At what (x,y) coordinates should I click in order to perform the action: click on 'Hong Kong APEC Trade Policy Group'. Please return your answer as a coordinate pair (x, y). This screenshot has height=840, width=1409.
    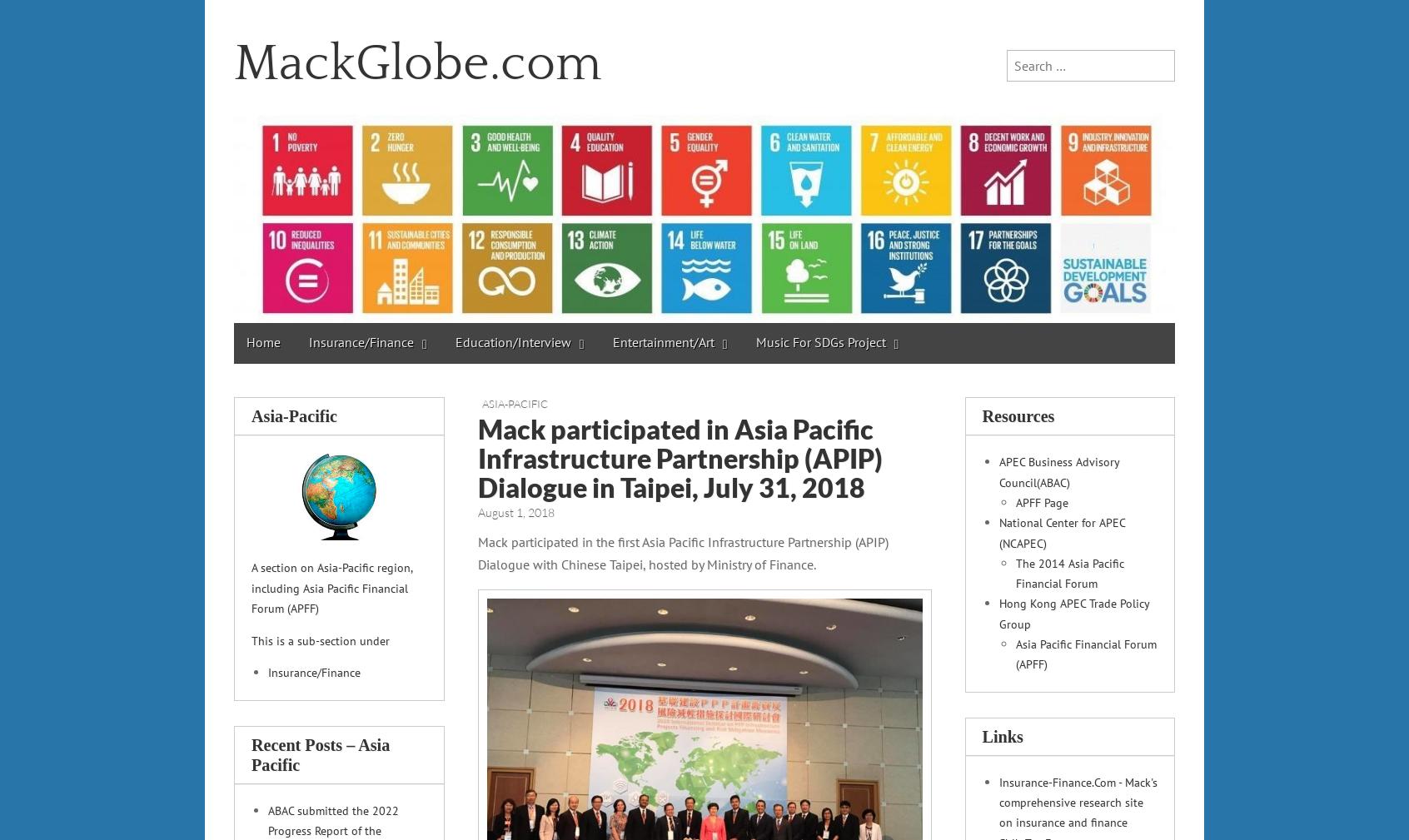
    Looking at the image, I should click on (1072, 613).